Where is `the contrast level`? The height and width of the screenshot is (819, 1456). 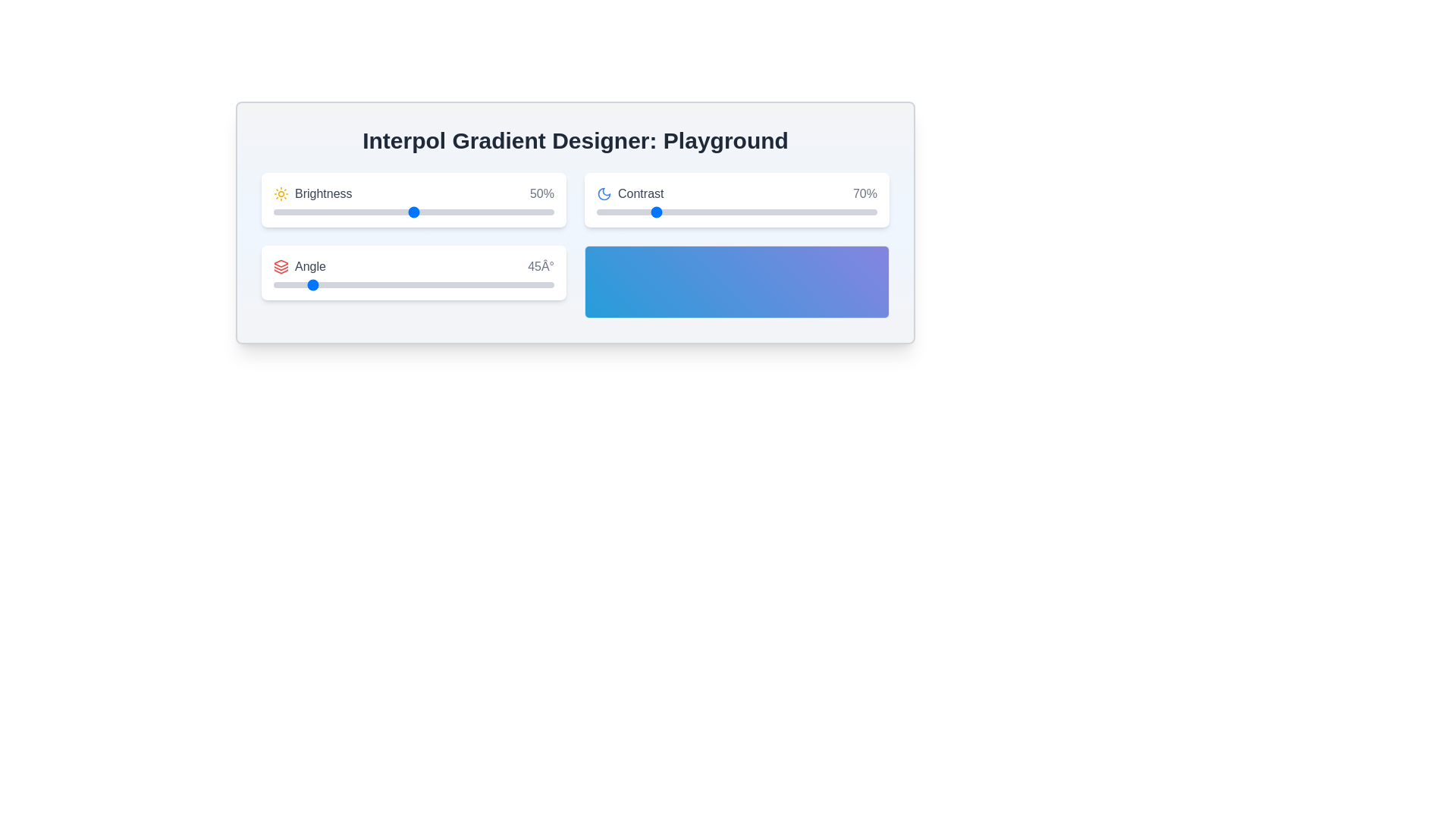 the contrast level is located at coordinates (607, 212).